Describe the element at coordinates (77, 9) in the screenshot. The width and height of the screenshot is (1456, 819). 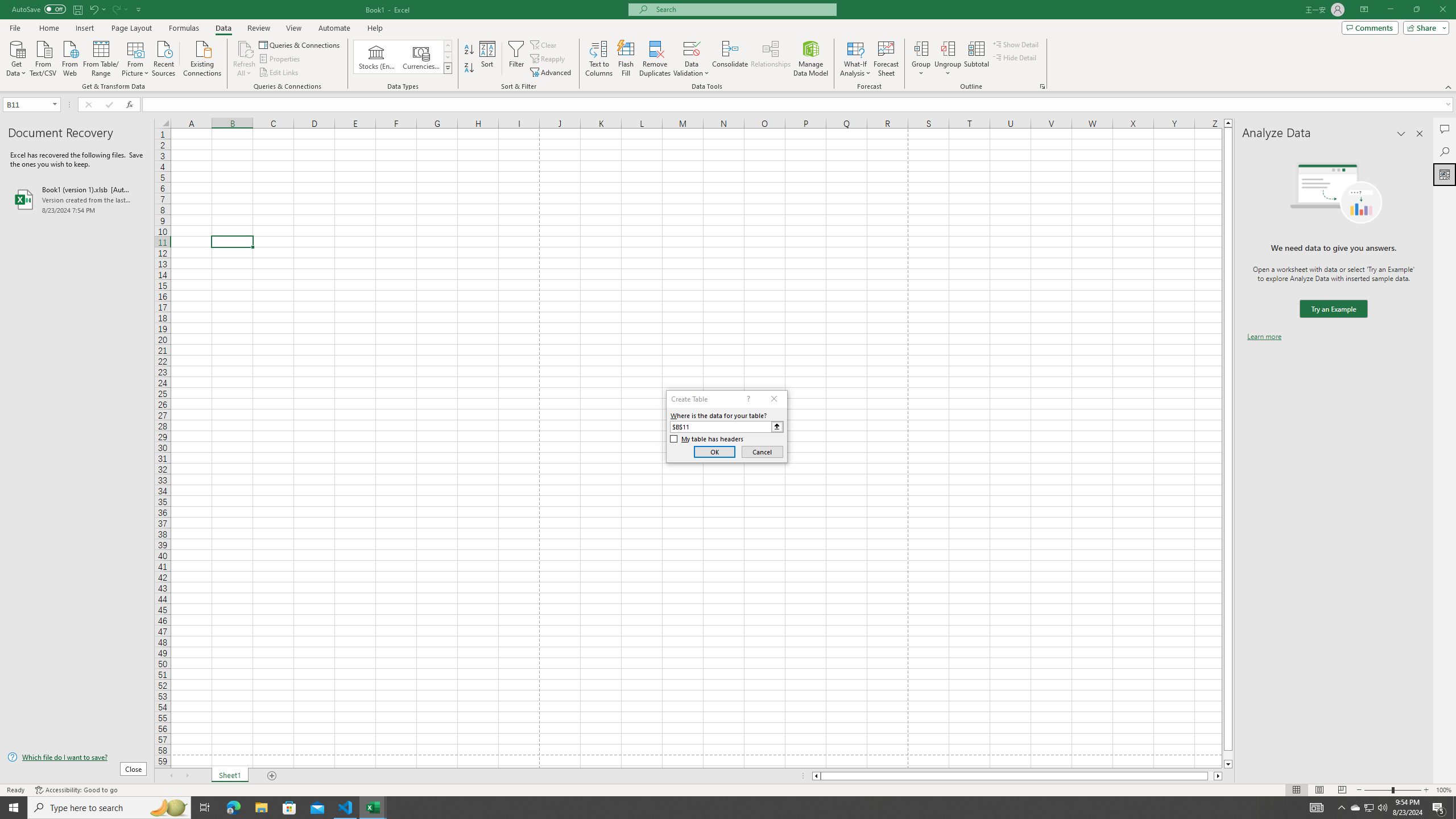
I see `'Quick Access Toolbar'` at that location.